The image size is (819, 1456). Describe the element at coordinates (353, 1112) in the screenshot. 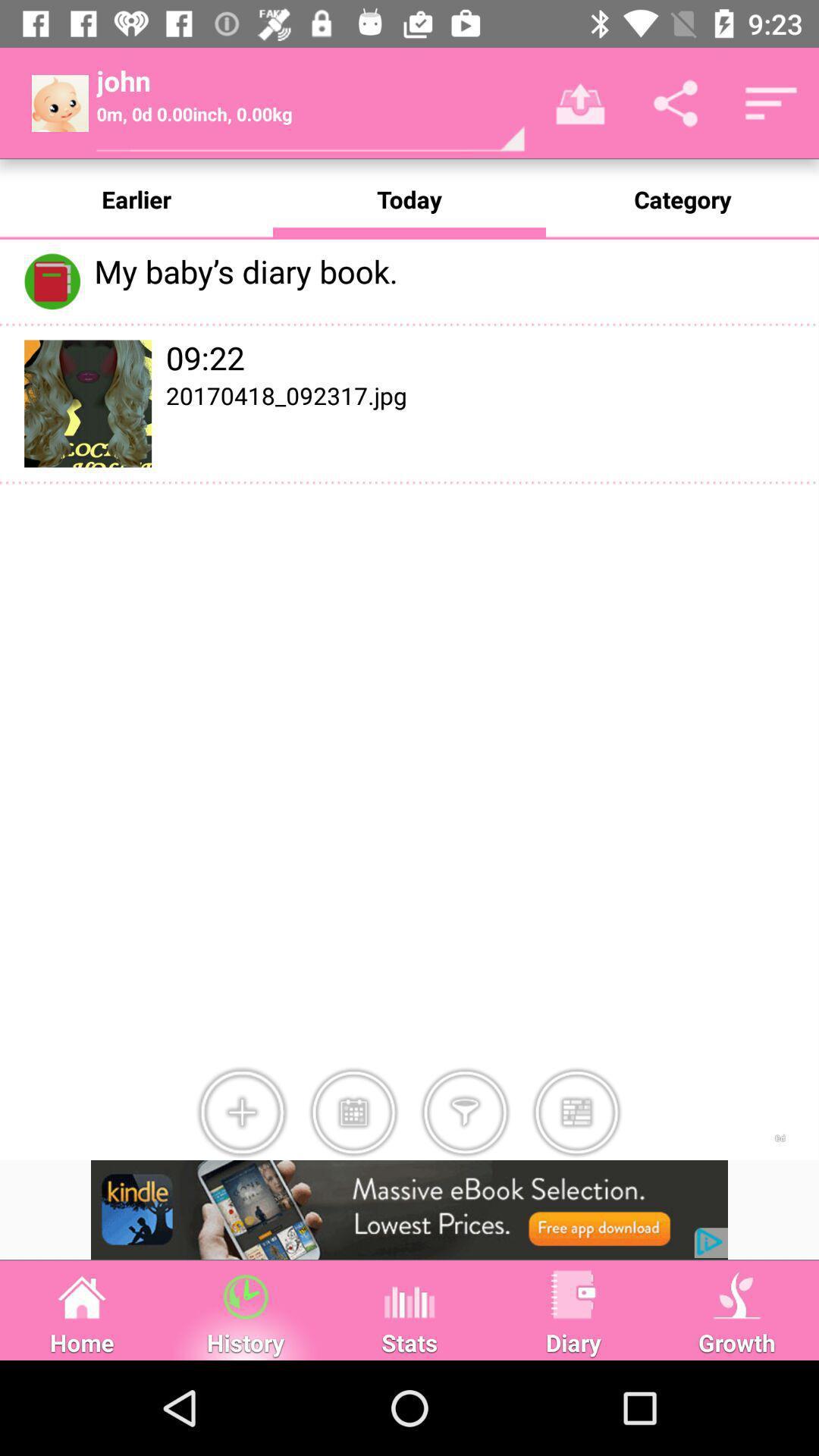

I see `the date_range icon` at that location.